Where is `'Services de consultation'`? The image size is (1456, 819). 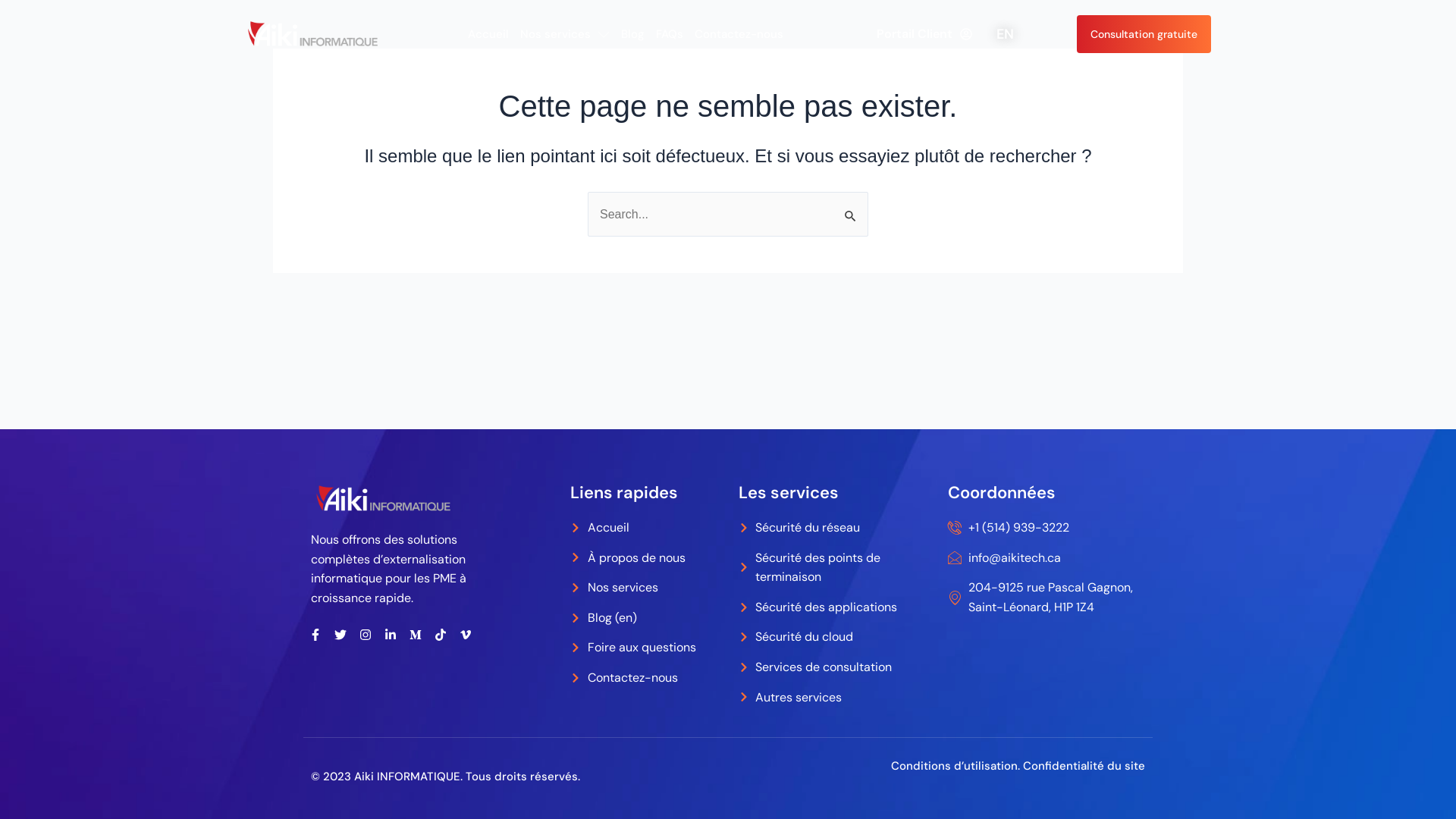
'Services de consultation' is located at coordinates (835, 666).